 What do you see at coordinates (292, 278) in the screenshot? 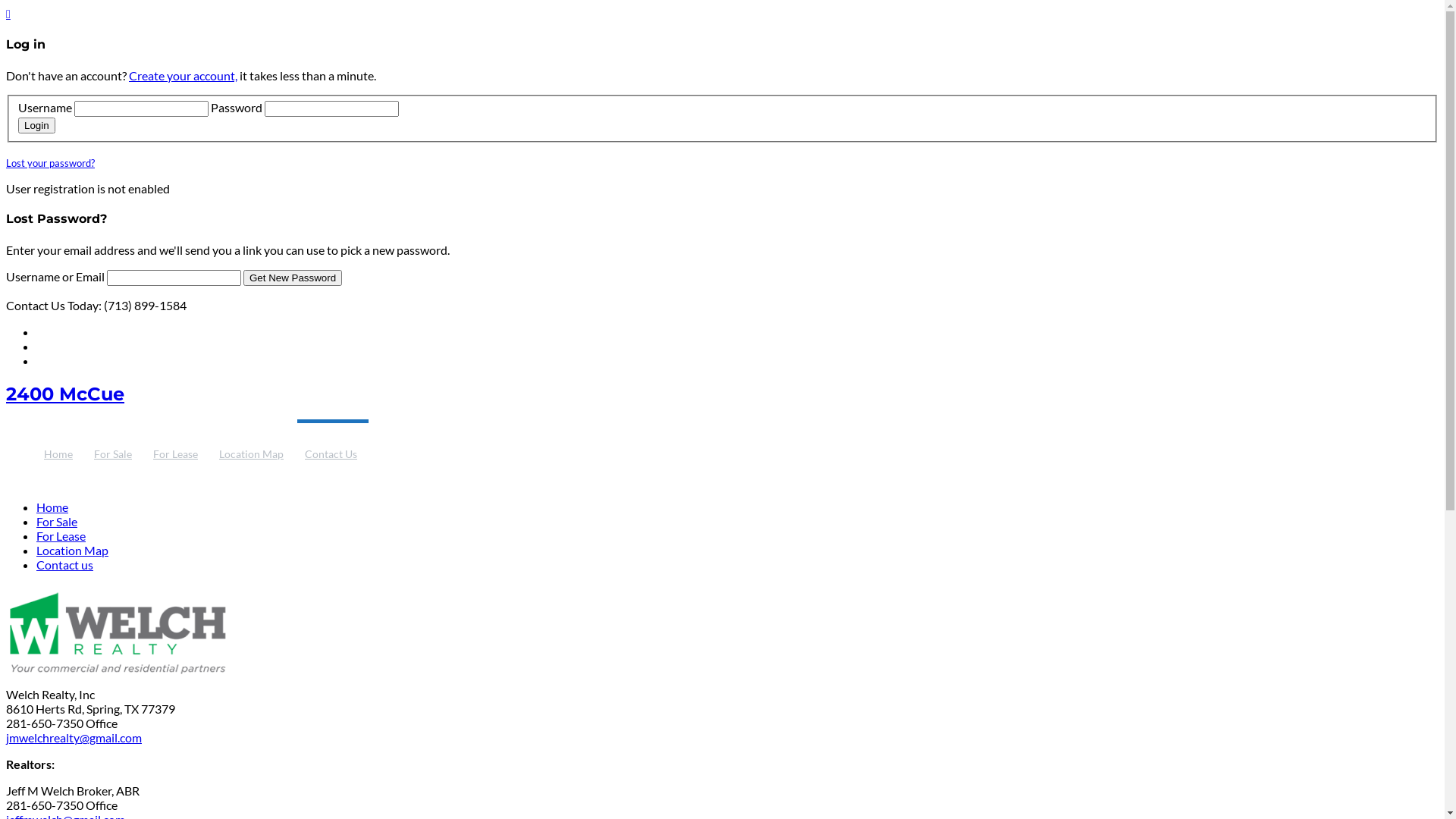
I see `'Get New Password'` at bounding box center [292, 278].